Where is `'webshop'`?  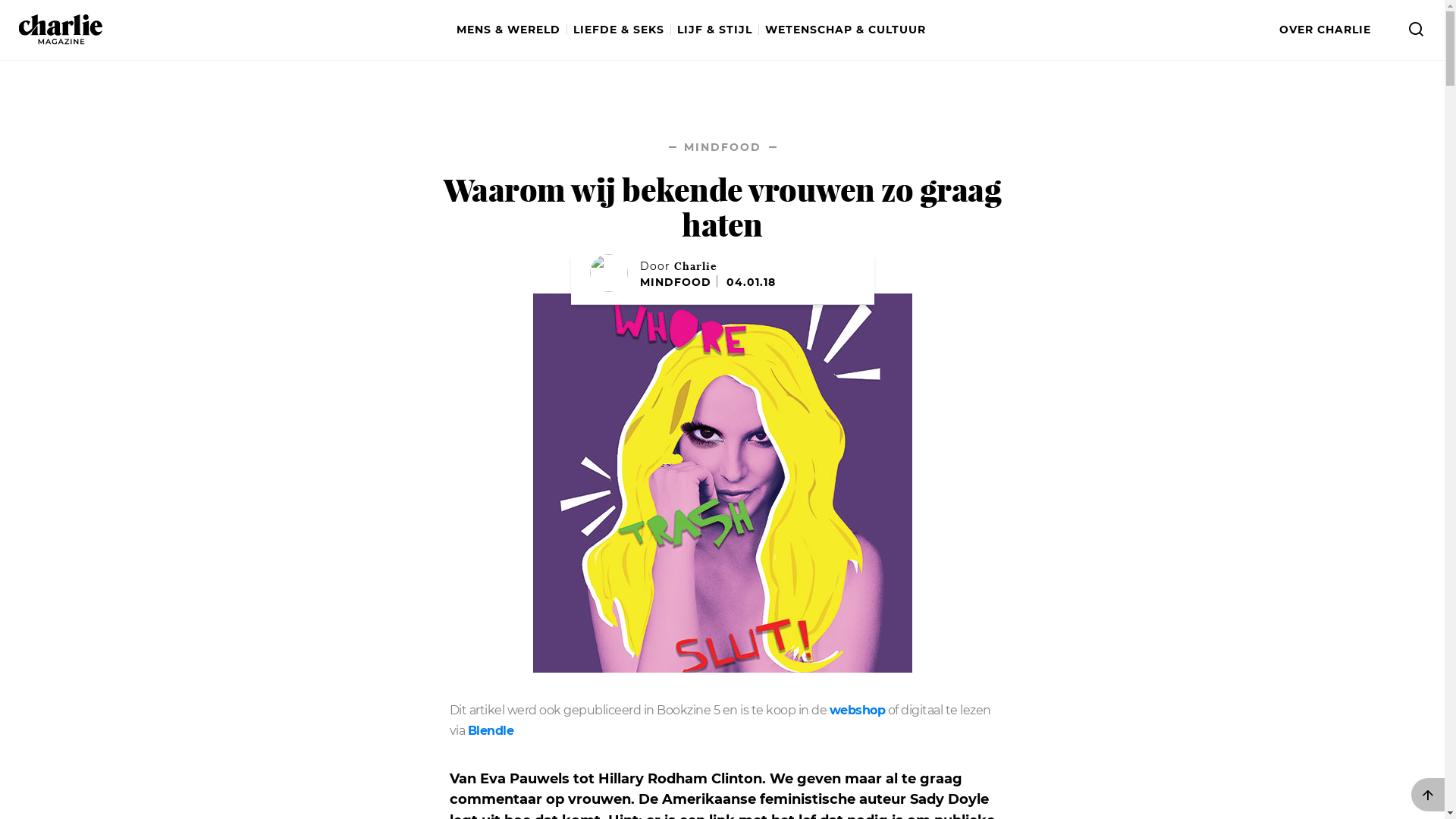
'webshop' is located at coordinates (858, 711).